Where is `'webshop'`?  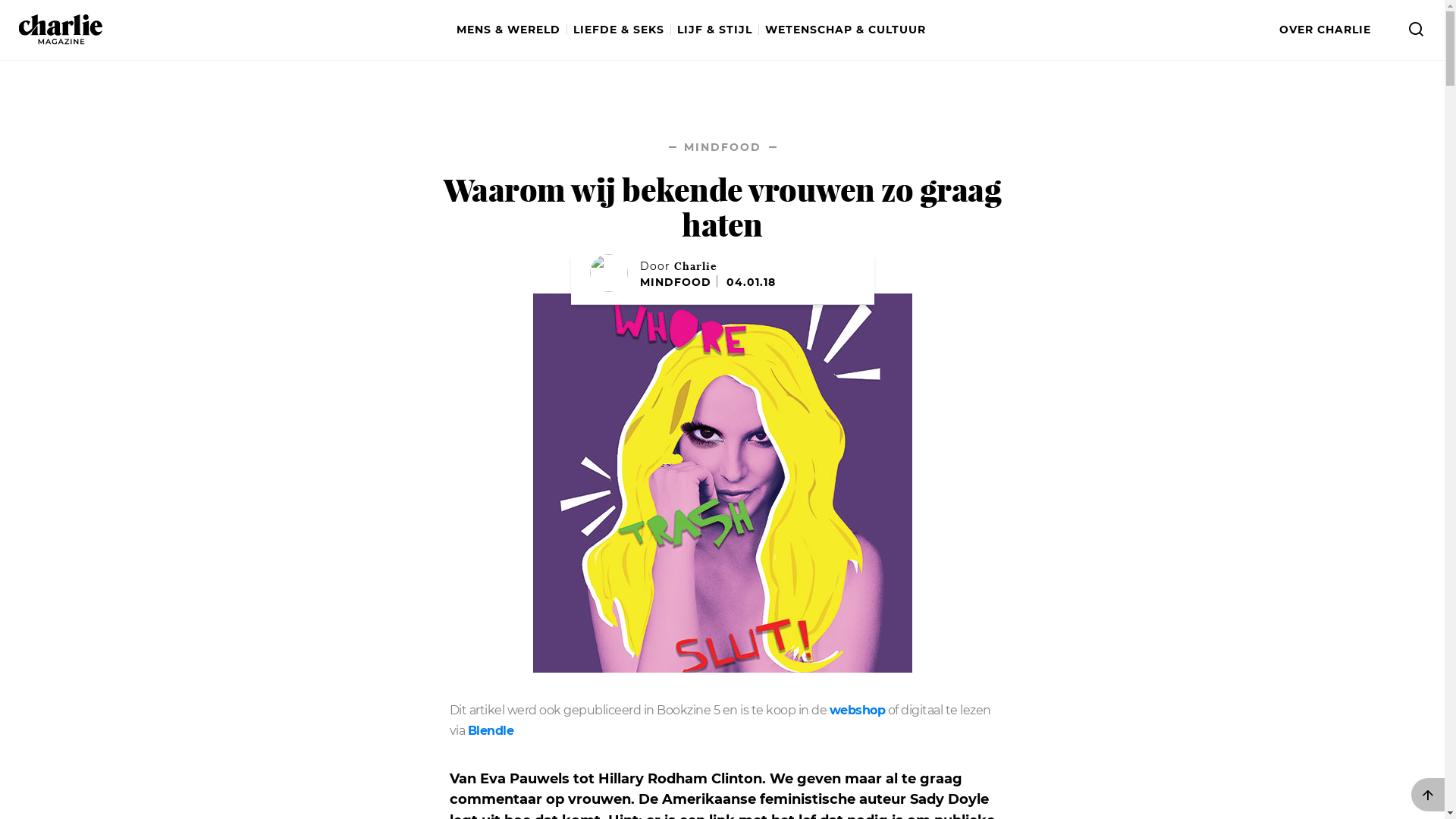
'webshop' is located at coordinates (858, 711).